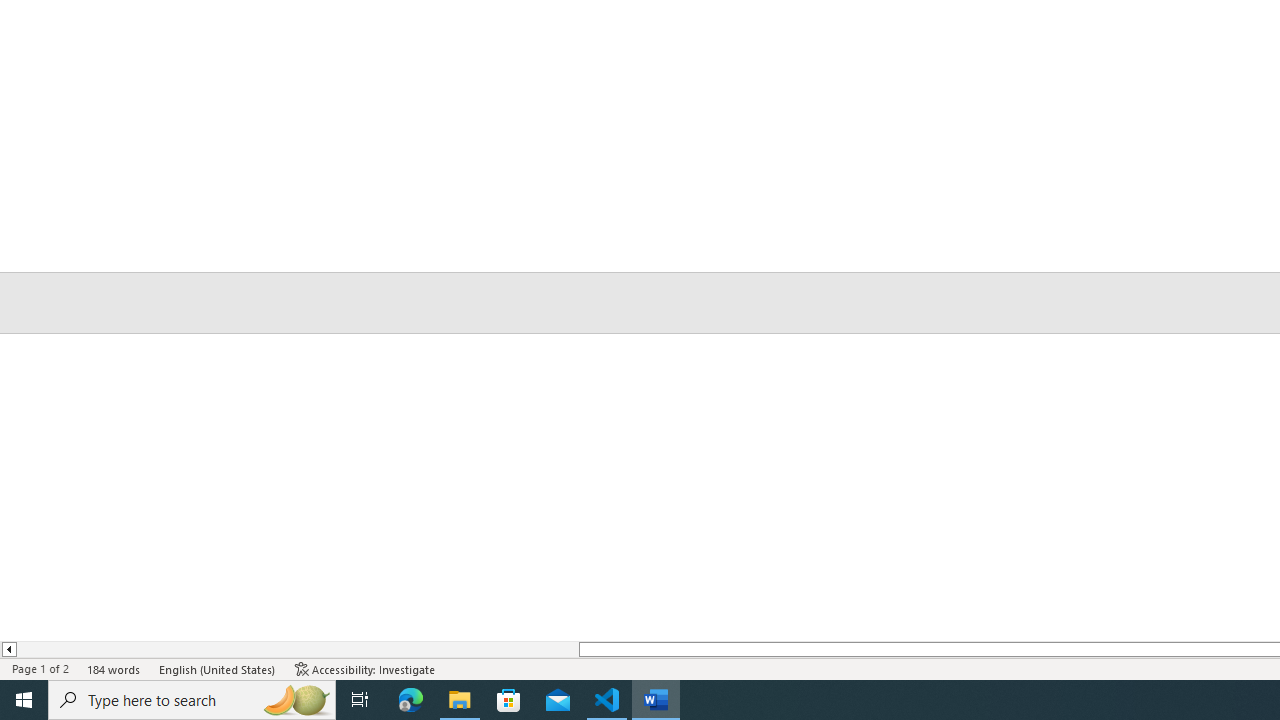 This screenshot has height=720, width=1280. Describe the element at coordinates (40, 669) in the screenshot. I see `'Page Number Page 1 of 2'` at that location.